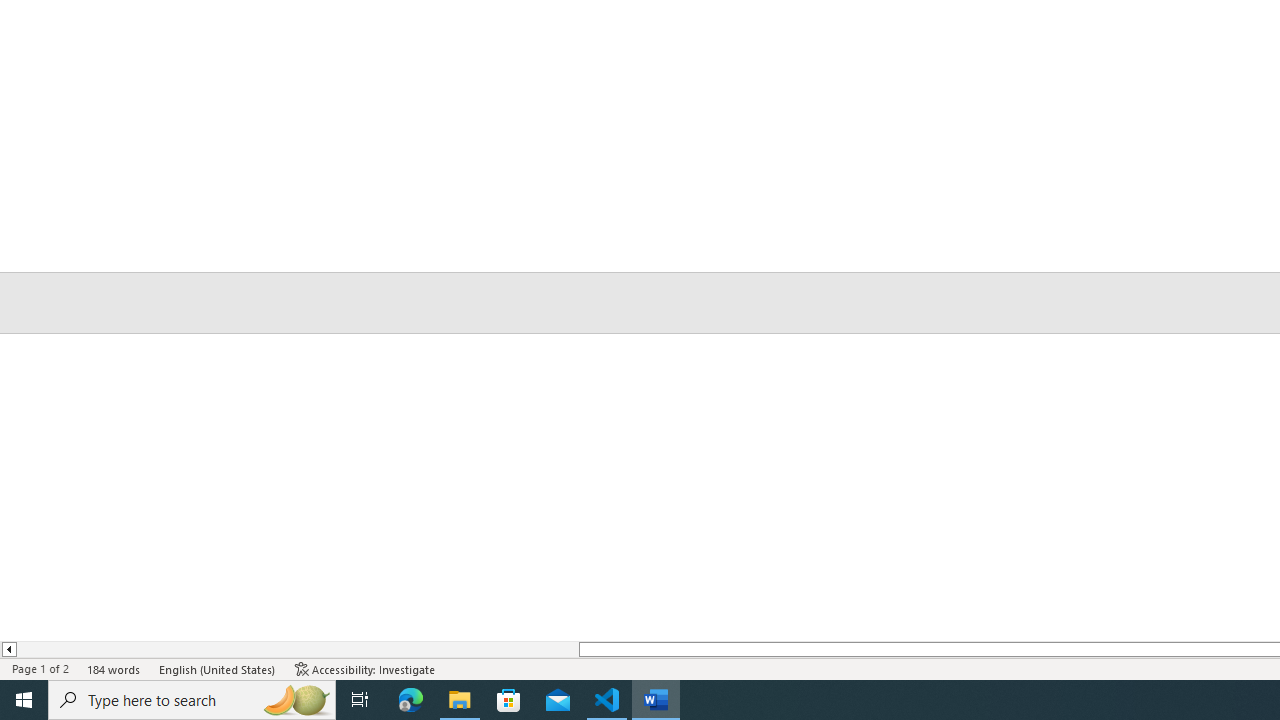 This screenshot has height=720, width=1280. Describe the element at coordinates (40, 669) in the screenshot. I see `'Page Number Page 1 of 2'` at that location.